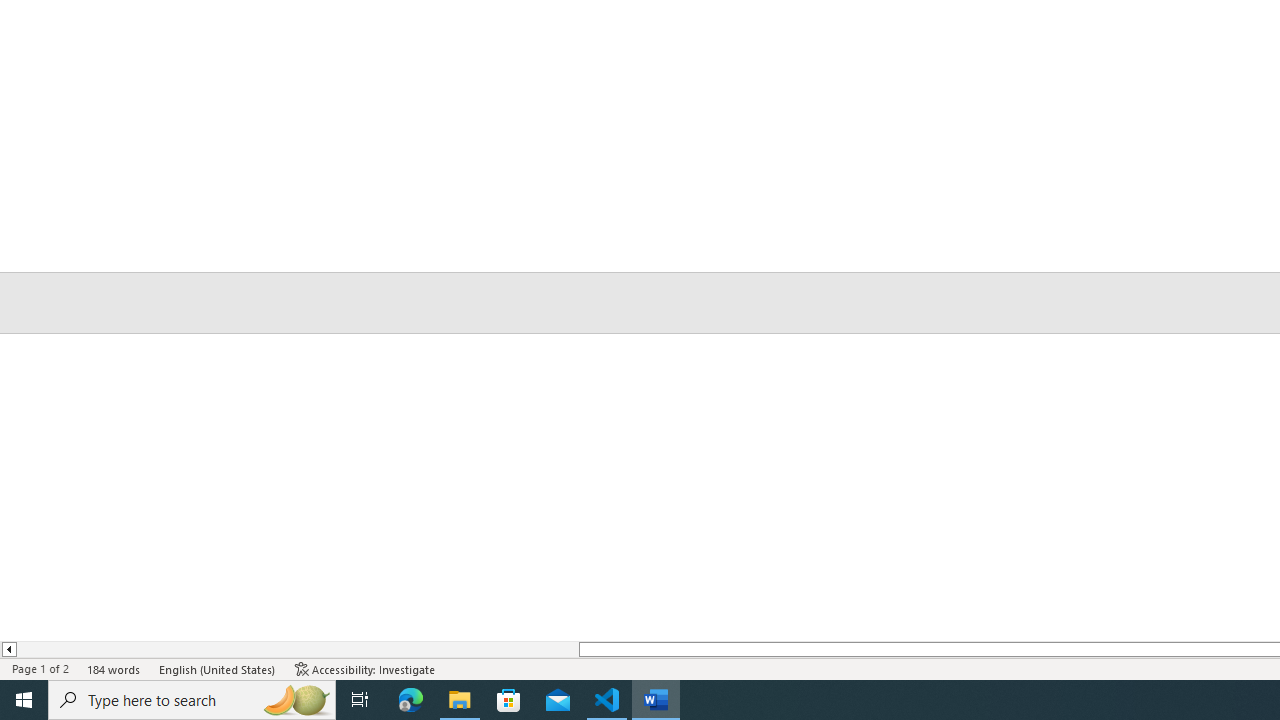 This screenshot has height=720, width=1280. Describe the element at coordinates (40, 669) in the screenshot. I see `'Page Number Page 1 of 2'` at that location.